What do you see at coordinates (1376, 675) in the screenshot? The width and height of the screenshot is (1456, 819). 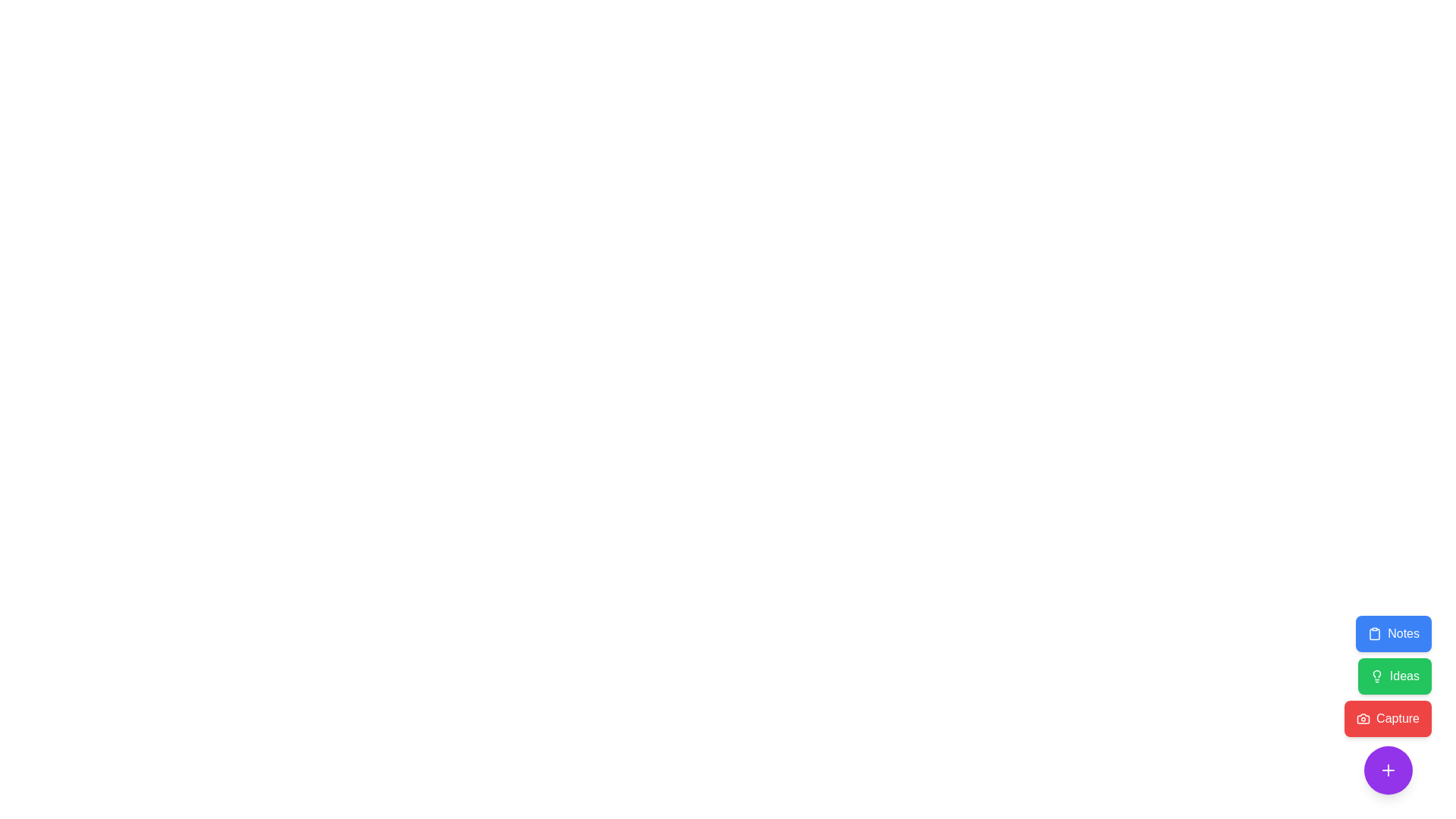 I see `the lightbulb icon representing the 'Ideas' button, which is located to the left of the button's text label` at bounding box center [1376, 675].